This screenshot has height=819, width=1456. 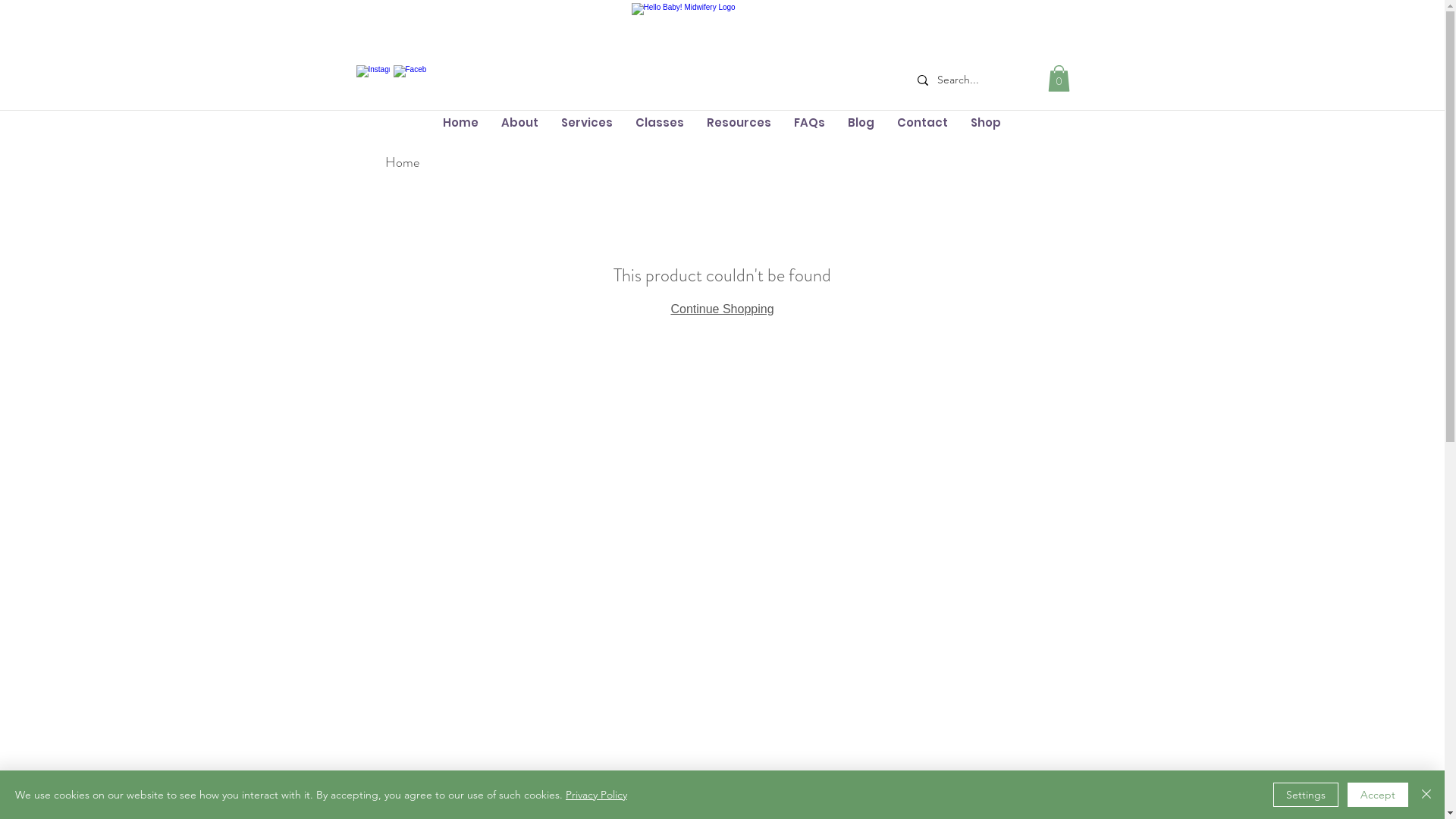 I want to click on 'Resources', so click(x=738, y=121).